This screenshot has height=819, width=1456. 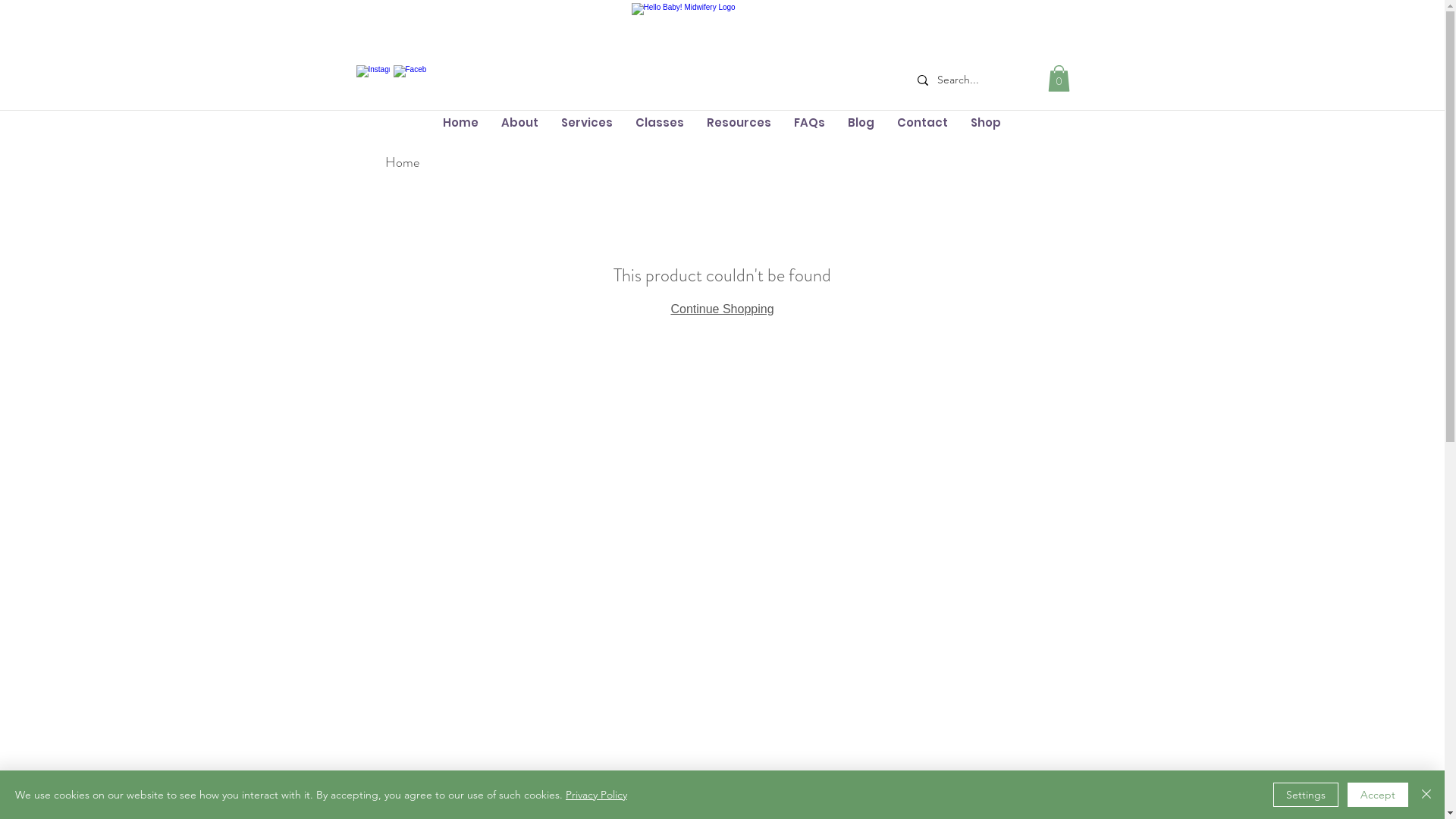 I want to click on 'Resources', so click(x=738, y=121).